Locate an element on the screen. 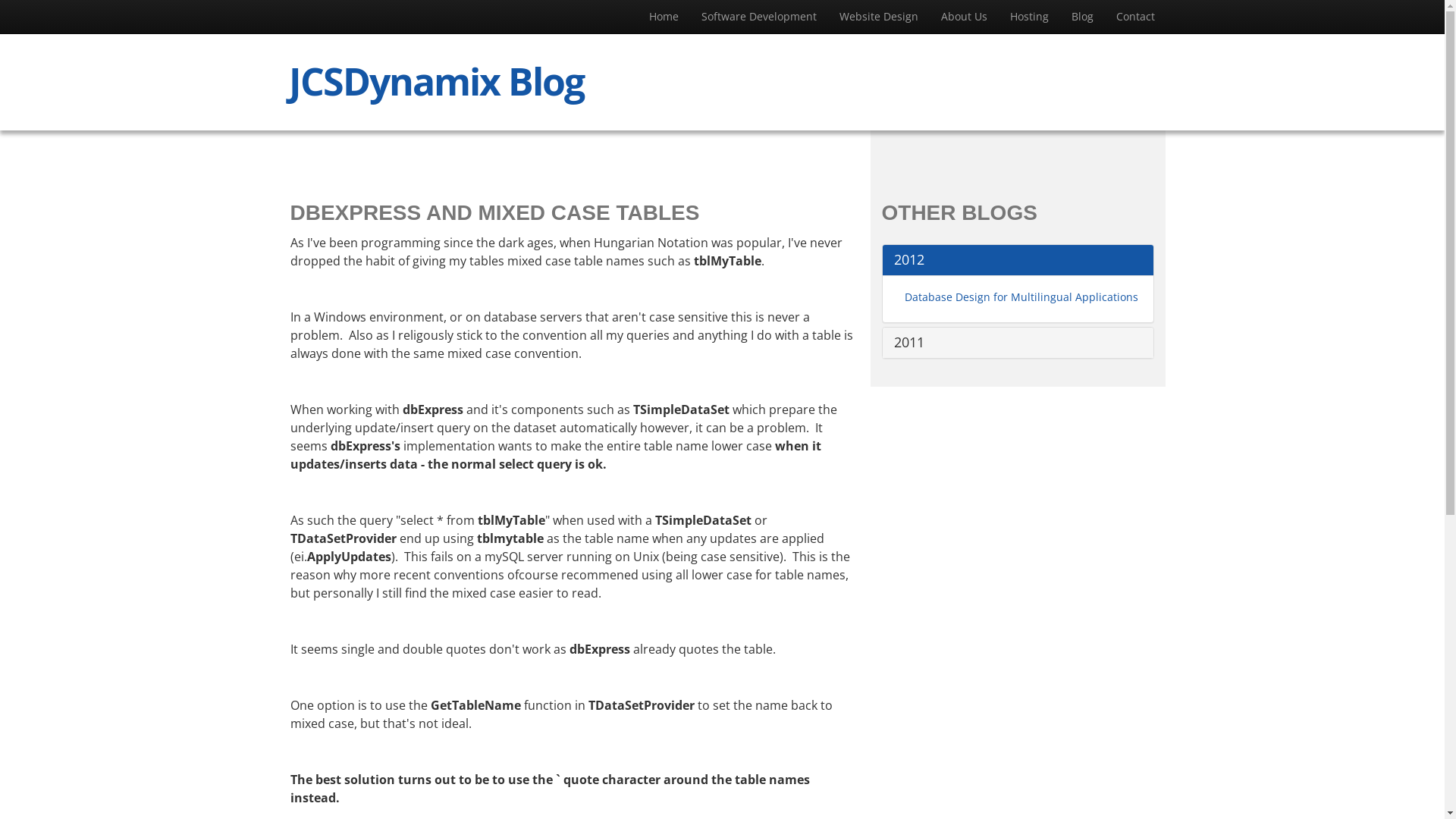 The width and height of the screenshot is (1456, 819). 'Software Development' is located at coordinates (759, 17).